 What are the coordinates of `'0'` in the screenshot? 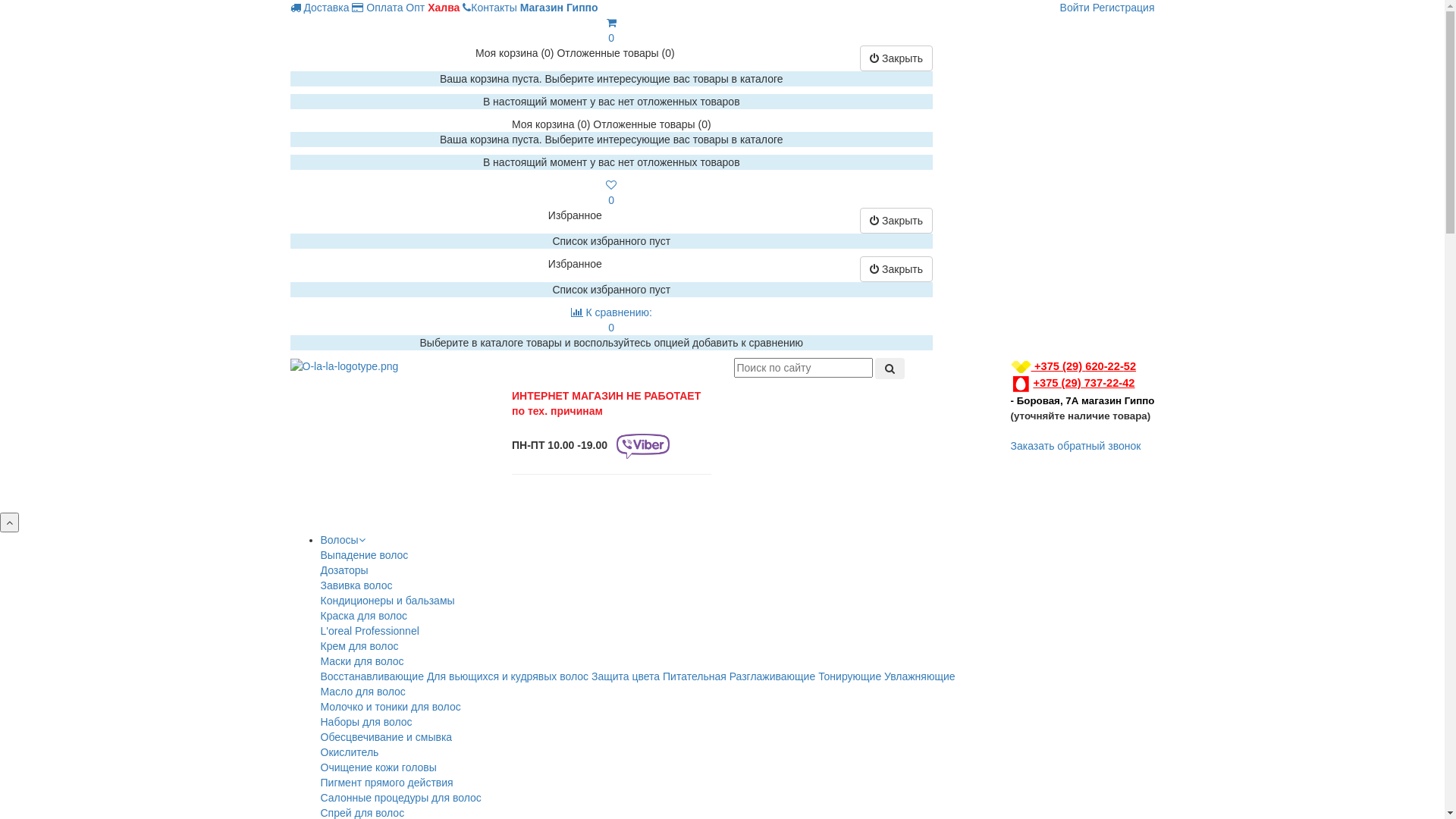 It's located at (611, 30).